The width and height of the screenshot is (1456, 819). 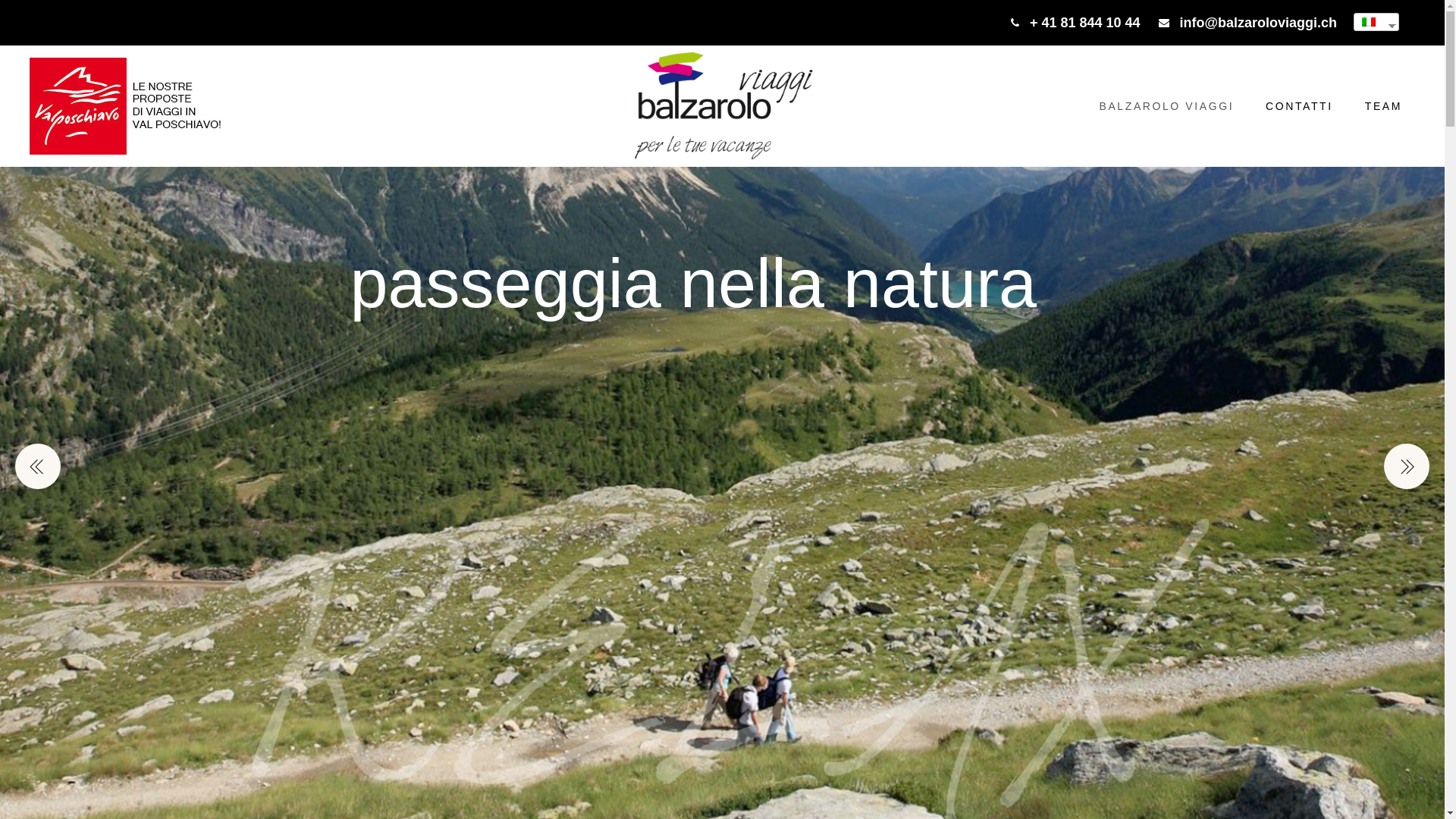 I want to click on 'Italiano', so click(x=1370, y=22).